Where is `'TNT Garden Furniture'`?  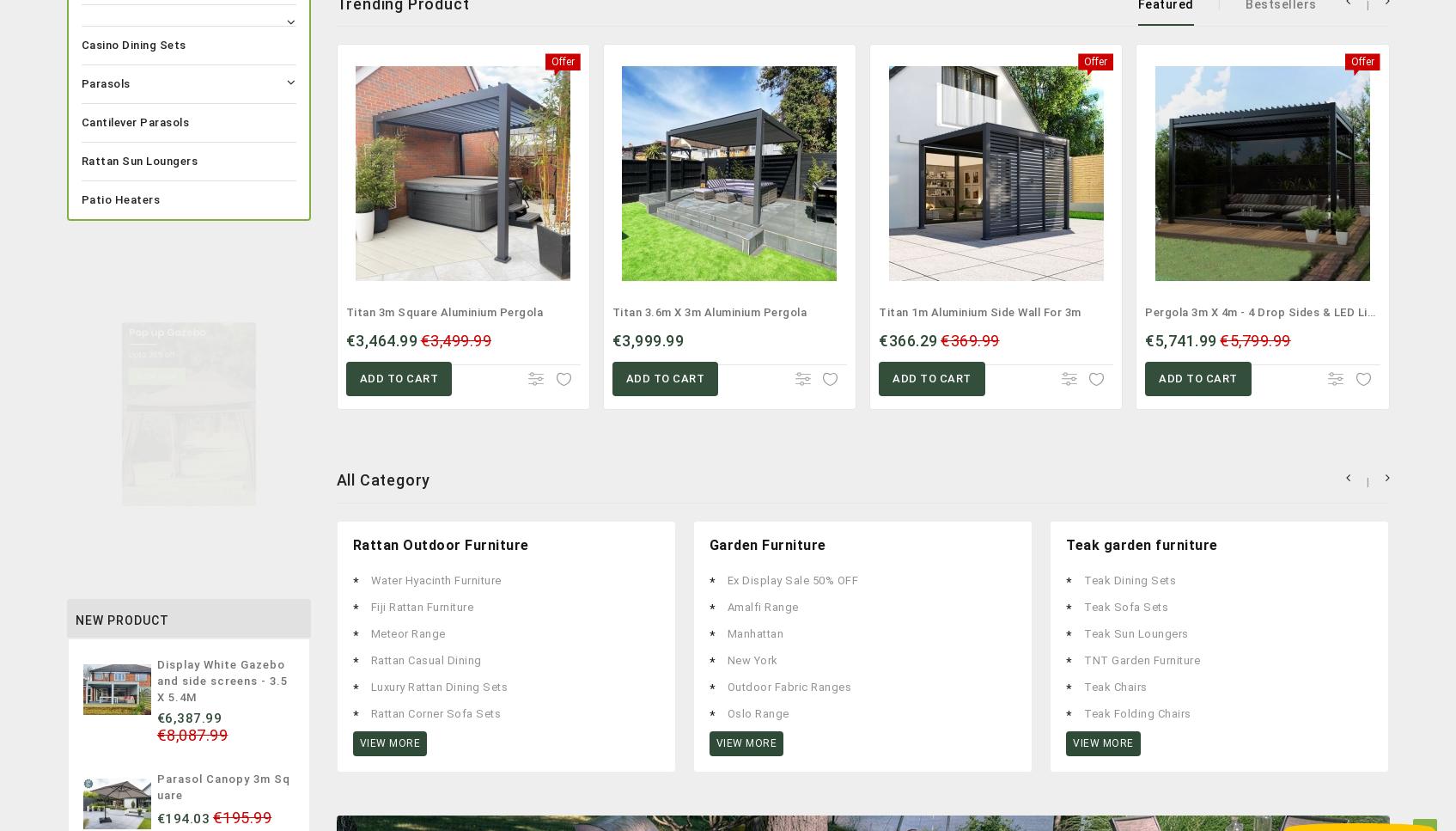 'TNT Garden Furniture' is located at coordinates (1142, 659).